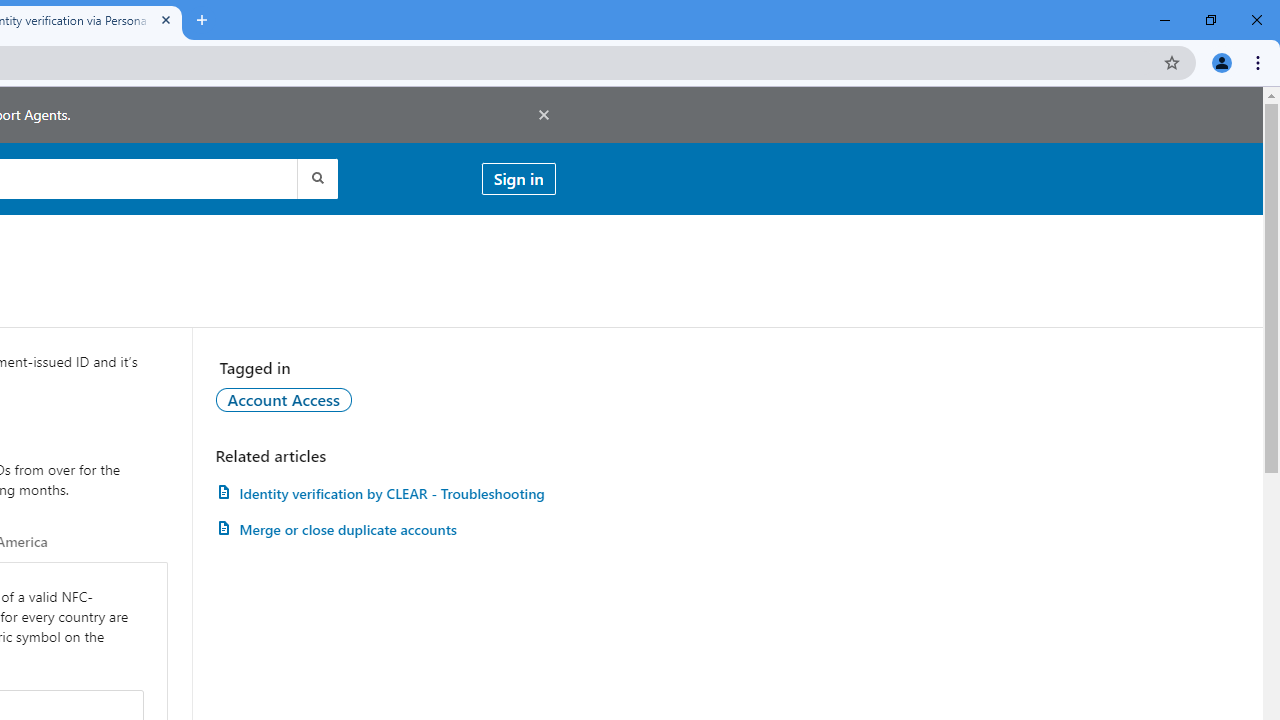 This screenshot has height=720, width=1280. Describe the element at coordinates (282, 399) in the screenshot. I see `'AutomationID: topic-link-a151002'` at that location.